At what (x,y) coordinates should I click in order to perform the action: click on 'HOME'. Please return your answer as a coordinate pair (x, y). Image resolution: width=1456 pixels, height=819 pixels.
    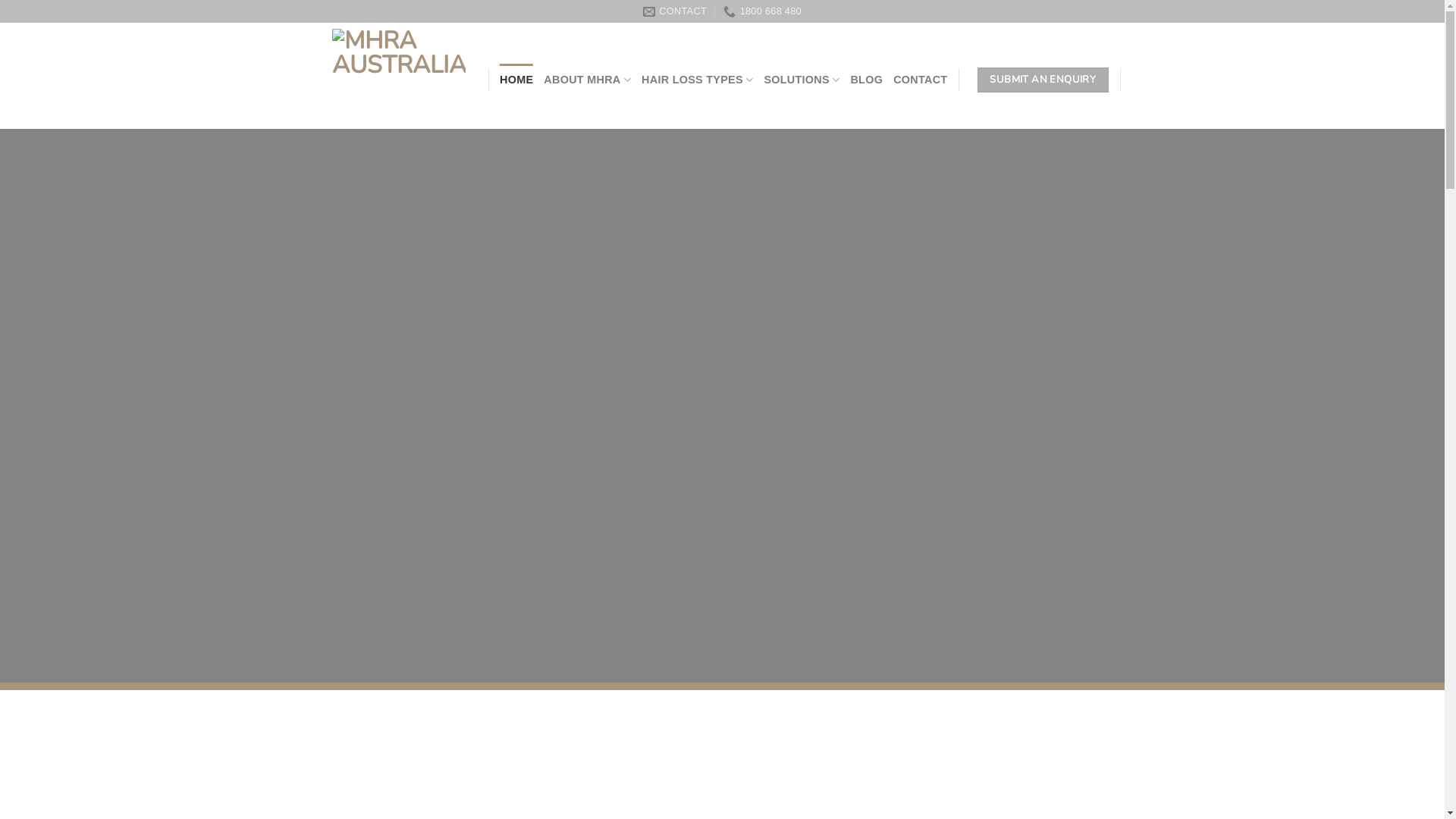
    Looking at the image, I should click on (516, 80).